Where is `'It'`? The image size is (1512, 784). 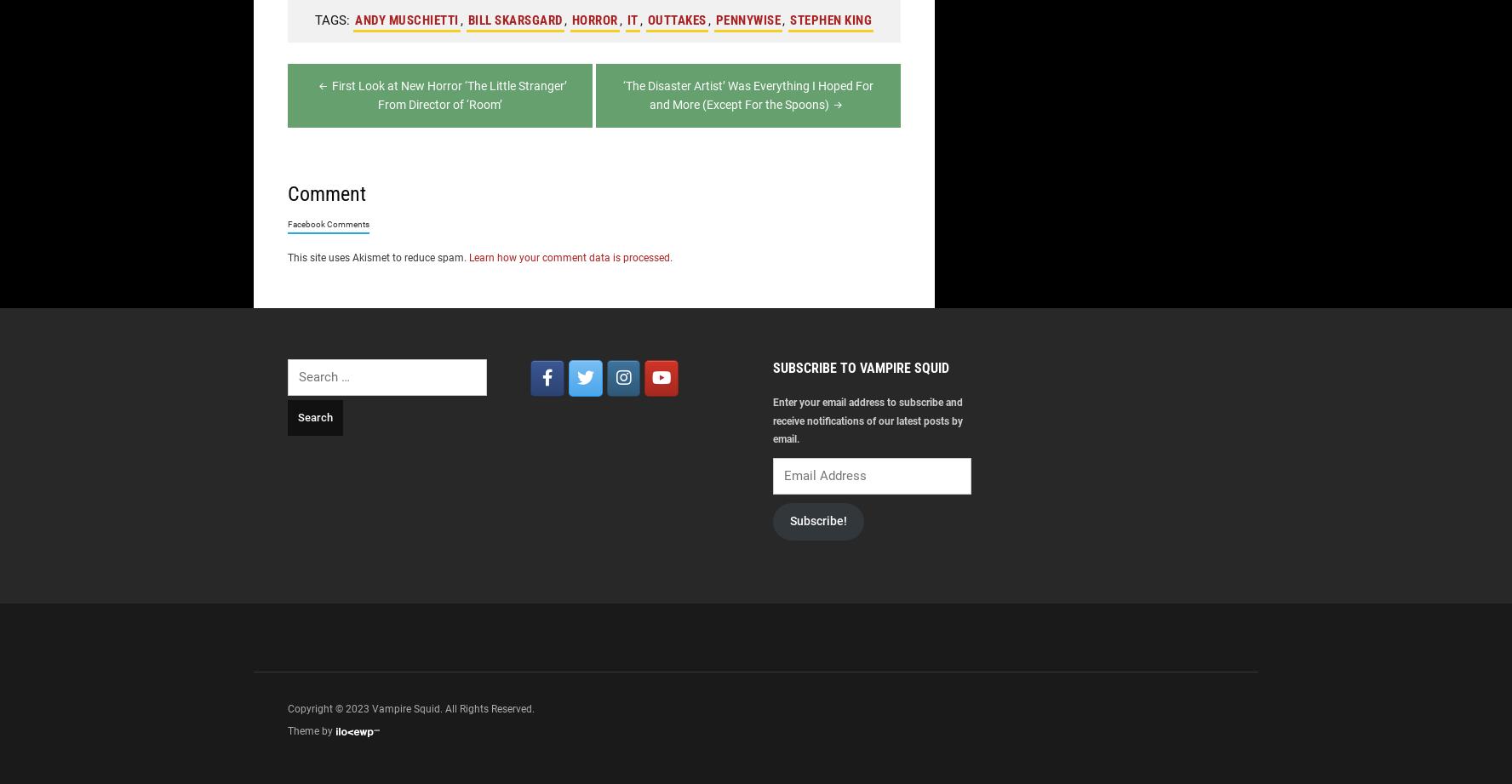 'It' is located at coordinates (631, 20).